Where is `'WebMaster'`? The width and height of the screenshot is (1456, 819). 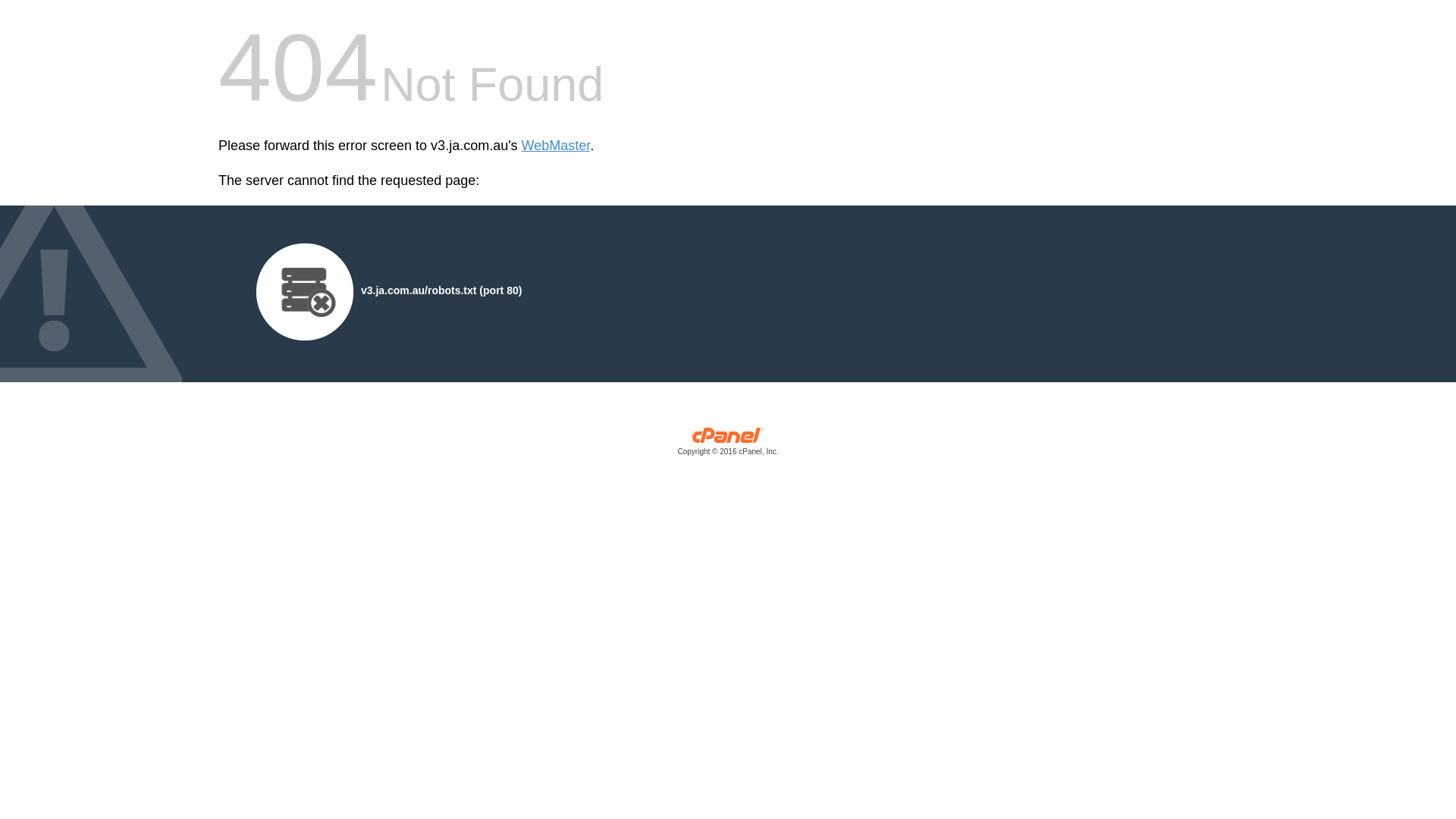
'WebMaster' is located at coordinates (555, 146).